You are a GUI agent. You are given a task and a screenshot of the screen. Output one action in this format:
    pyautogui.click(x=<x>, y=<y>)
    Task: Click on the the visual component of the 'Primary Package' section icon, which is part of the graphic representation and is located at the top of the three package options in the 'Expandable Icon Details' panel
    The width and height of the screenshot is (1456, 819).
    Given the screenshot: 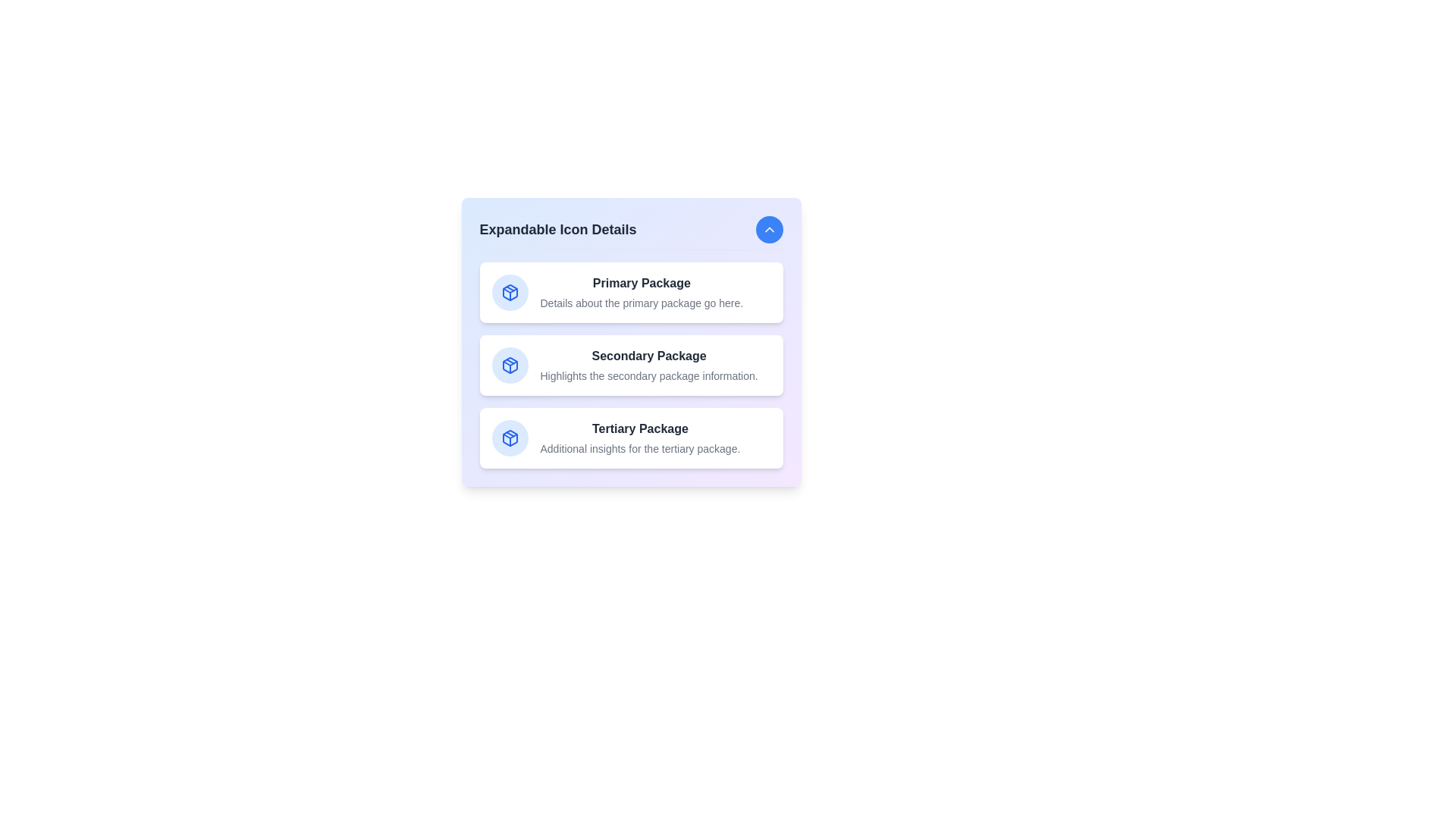 What is the action you would take?
    pyautogui.click(x=510, y=292)
    